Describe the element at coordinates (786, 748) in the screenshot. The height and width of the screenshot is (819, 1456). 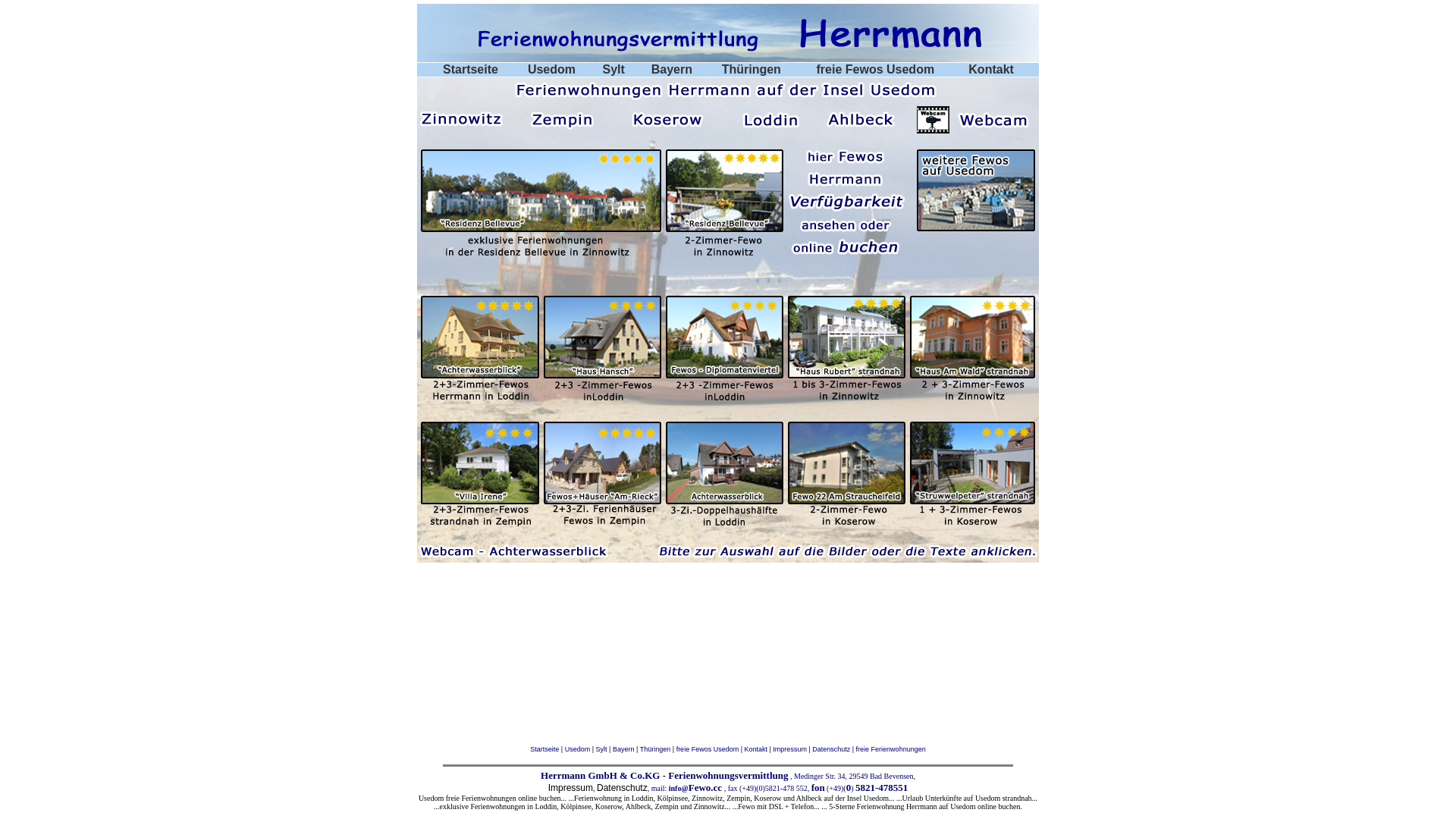
I see `' | Impressum'` at that location.